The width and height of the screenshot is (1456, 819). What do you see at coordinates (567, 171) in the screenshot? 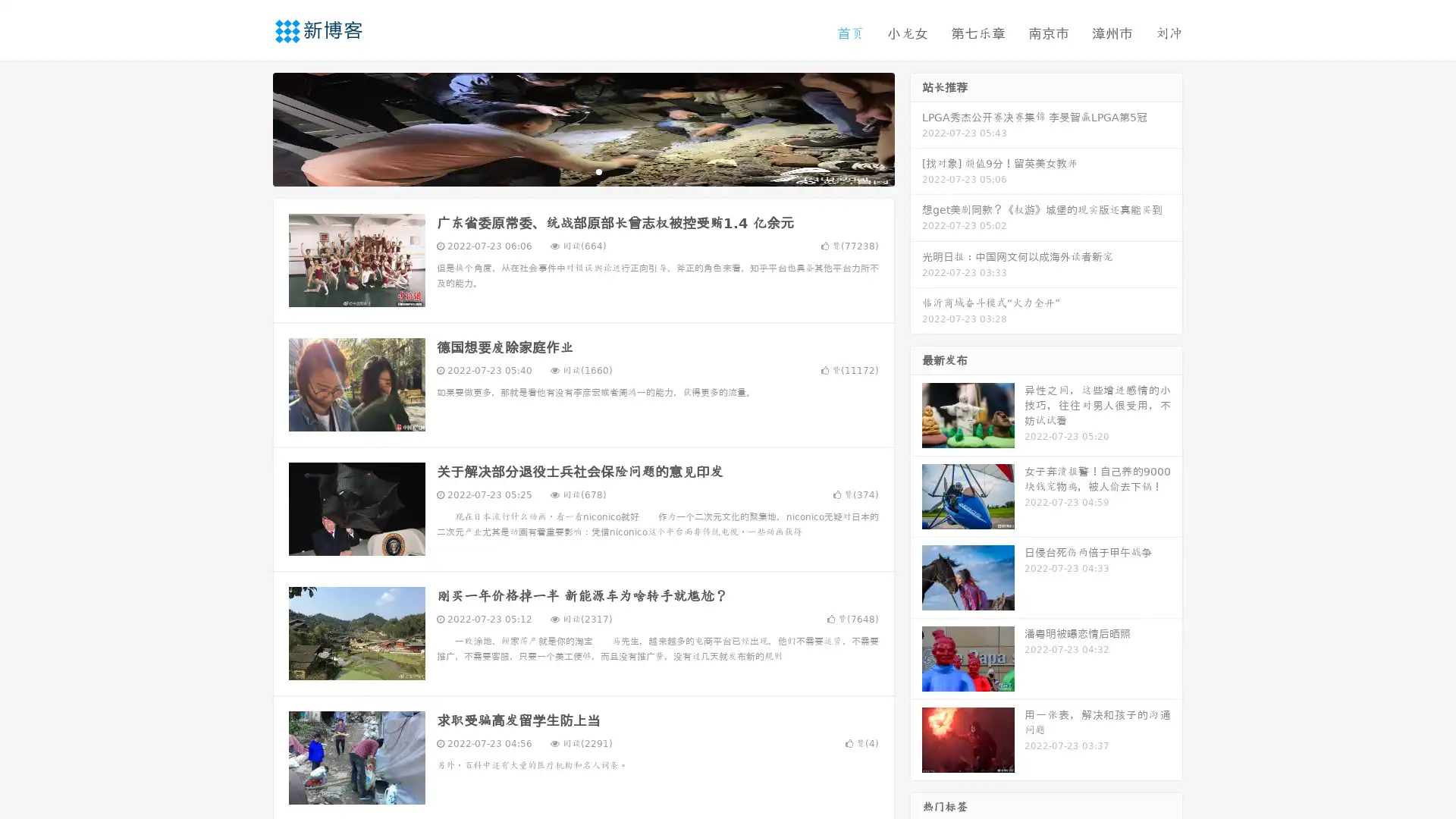
I see `Go to slide 1` at bounding box center [567, 171].